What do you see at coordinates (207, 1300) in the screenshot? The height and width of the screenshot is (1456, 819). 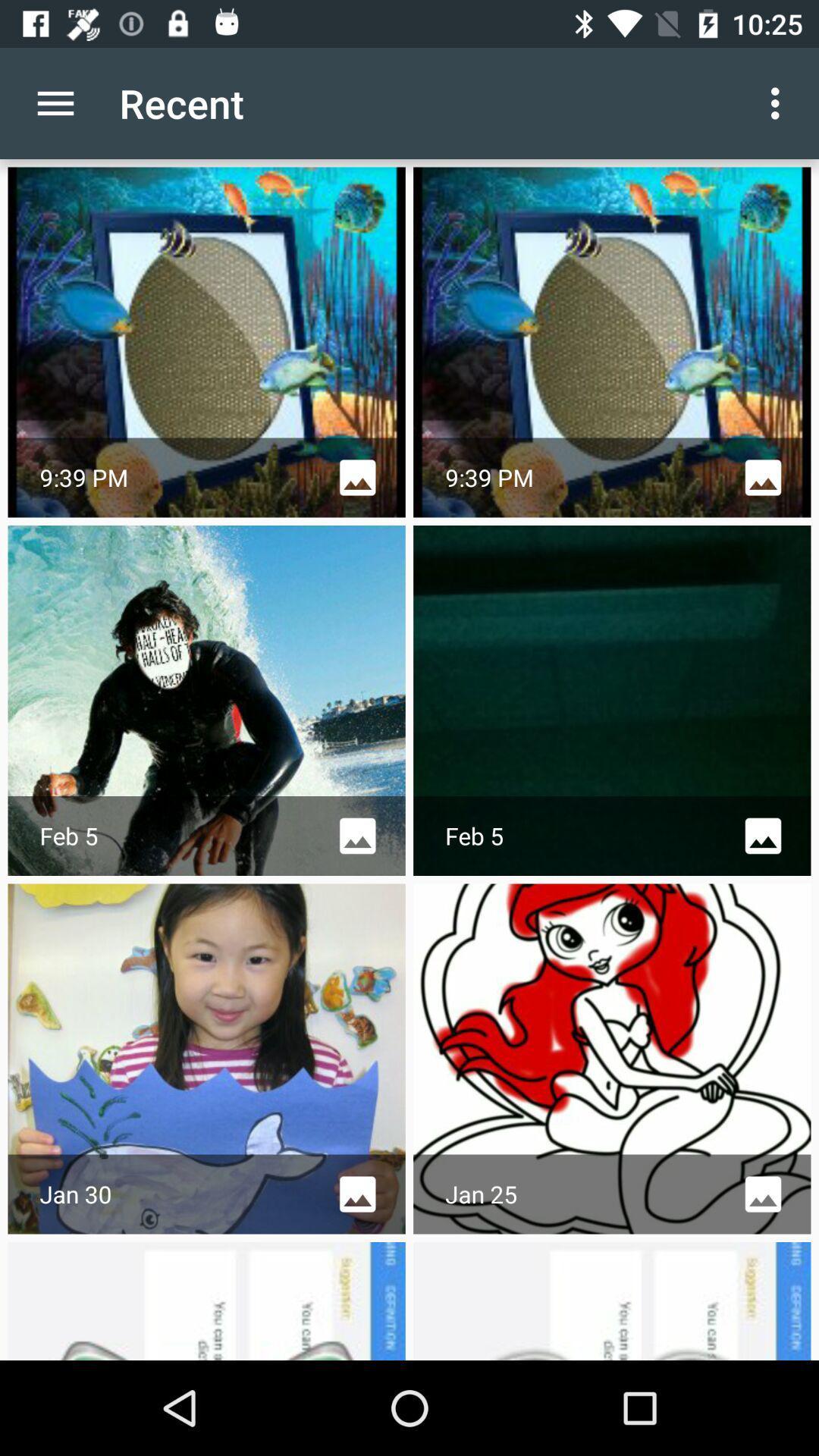 I see `the first image in last row` at bounding box center [207, 1300].